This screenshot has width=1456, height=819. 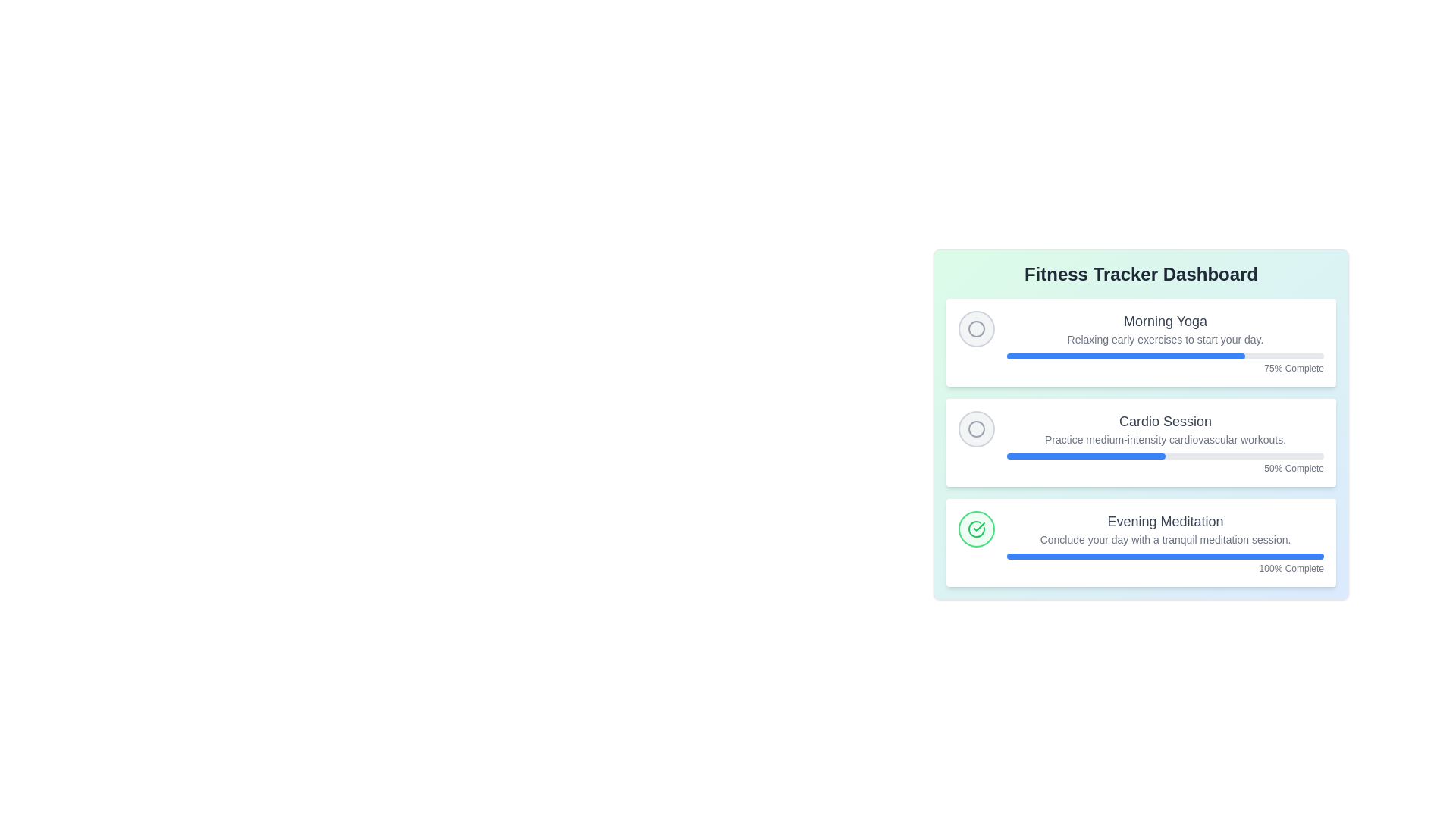 What do you see at coordinates (976, 328) in the screenshot?
I see `the circular icon with a border styled in the current color, located at the top of the left column of icons in the dashboard, which corresponds to activity sections such as Morning Yoga` at bounding box center [976, 328].